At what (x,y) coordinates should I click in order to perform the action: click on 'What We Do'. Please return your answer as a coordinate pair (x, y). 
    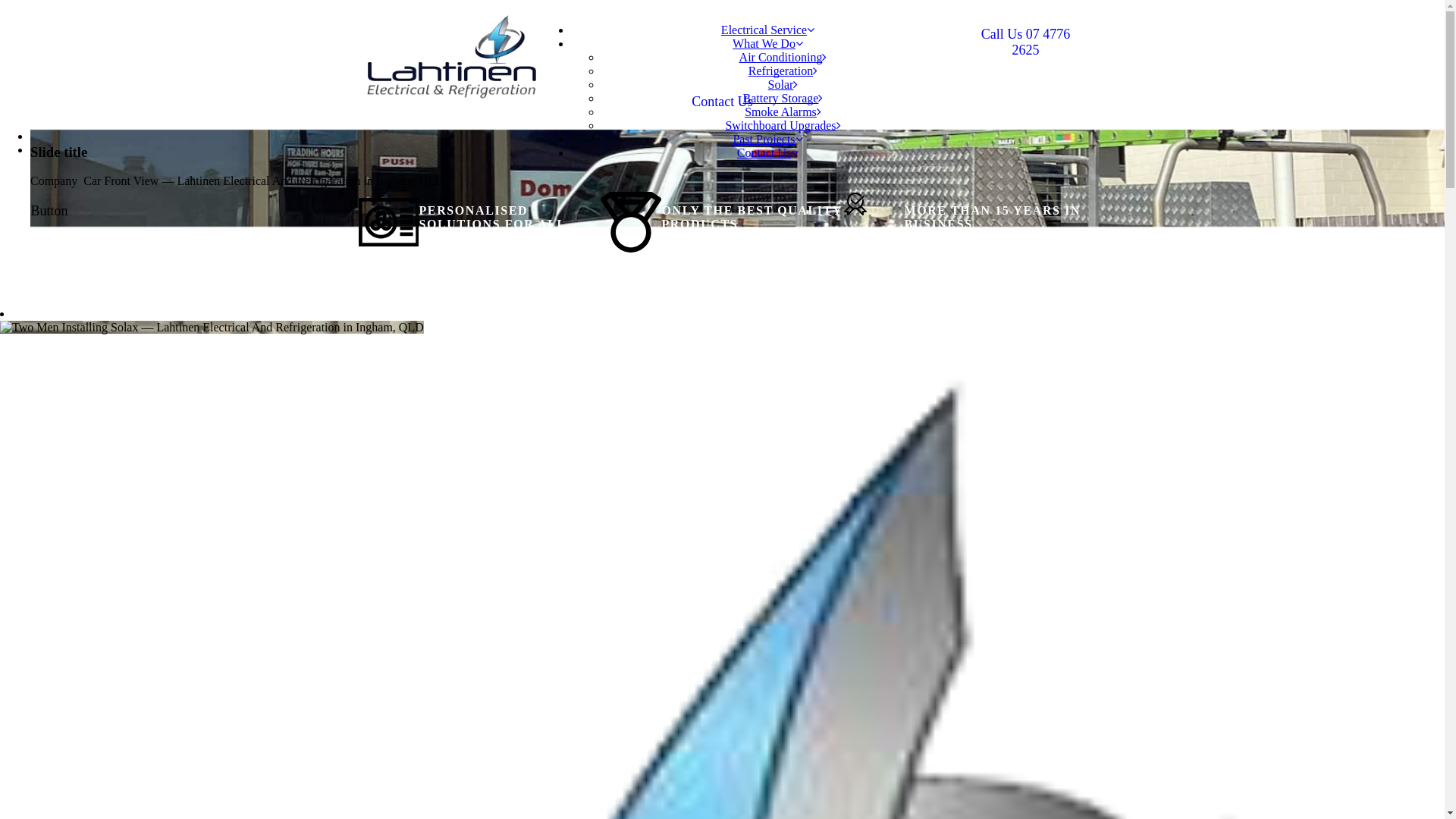
    Looking at the image, I should click on (767, 42).